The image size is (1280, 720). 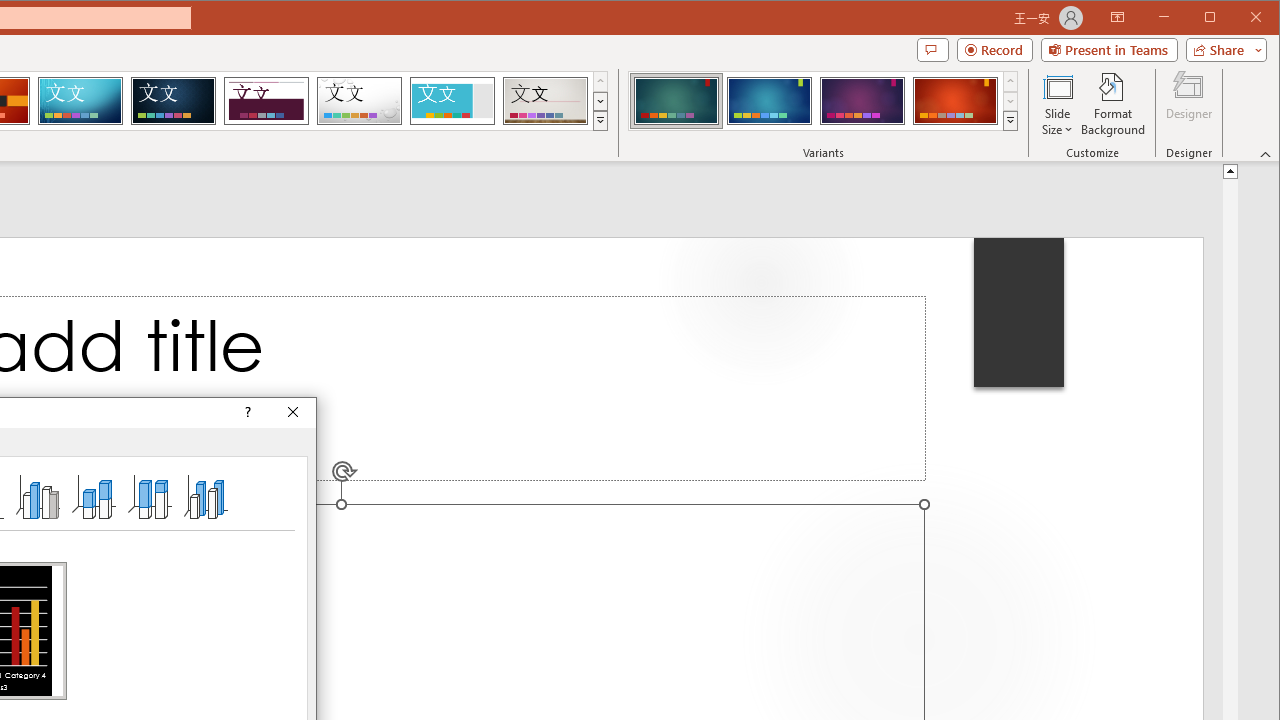 What do you see at coordinates (599, 120) in the screenshot?
I see `'Themes'` at bounding box center [599, 120].